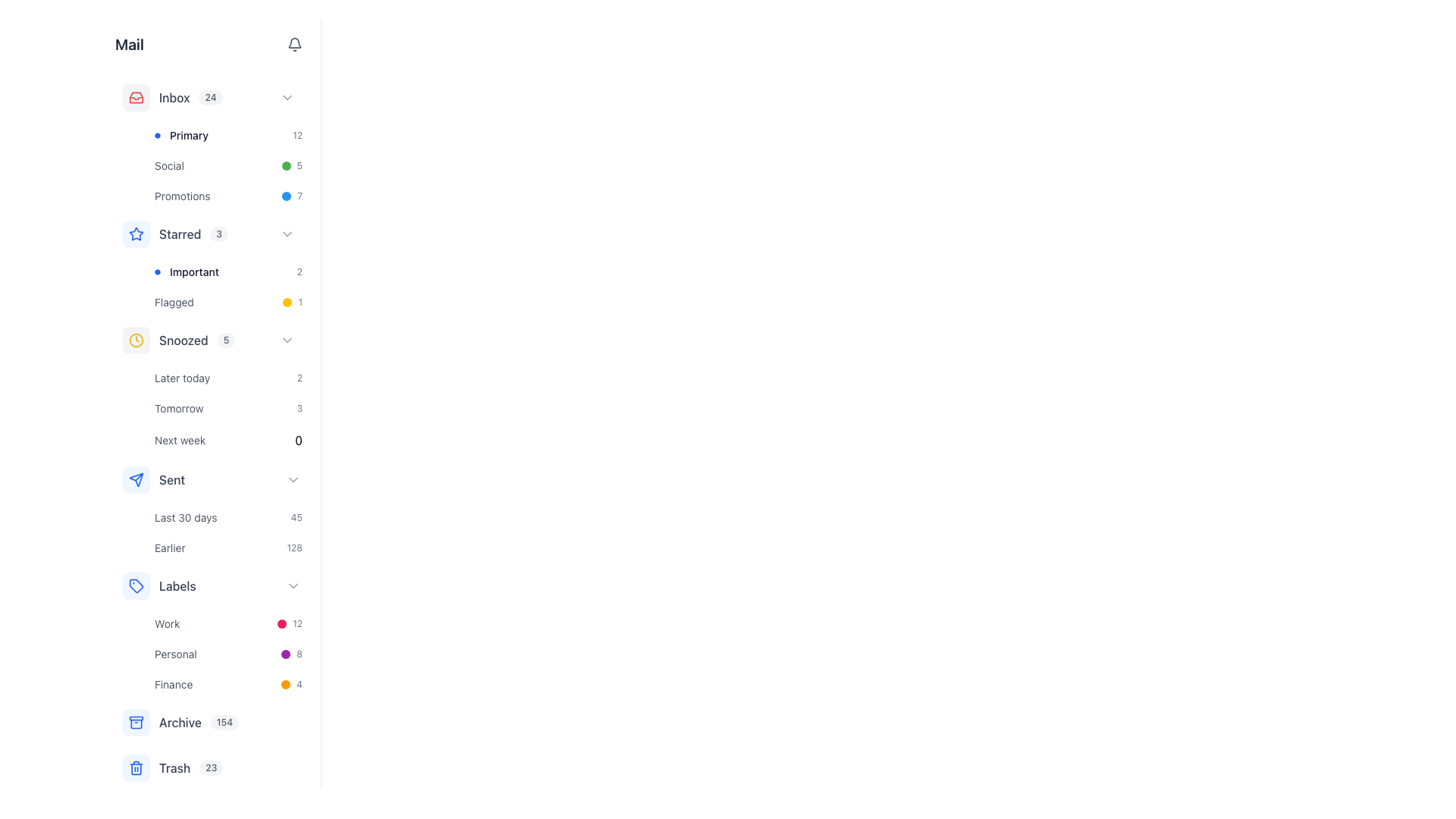 This screenshot has height=819, width=1456. I want to click on the decorative circle indicator located next to the numeral '8' in the 'Labels' section, which represents the 'Personal' label category, so click(286, 654).